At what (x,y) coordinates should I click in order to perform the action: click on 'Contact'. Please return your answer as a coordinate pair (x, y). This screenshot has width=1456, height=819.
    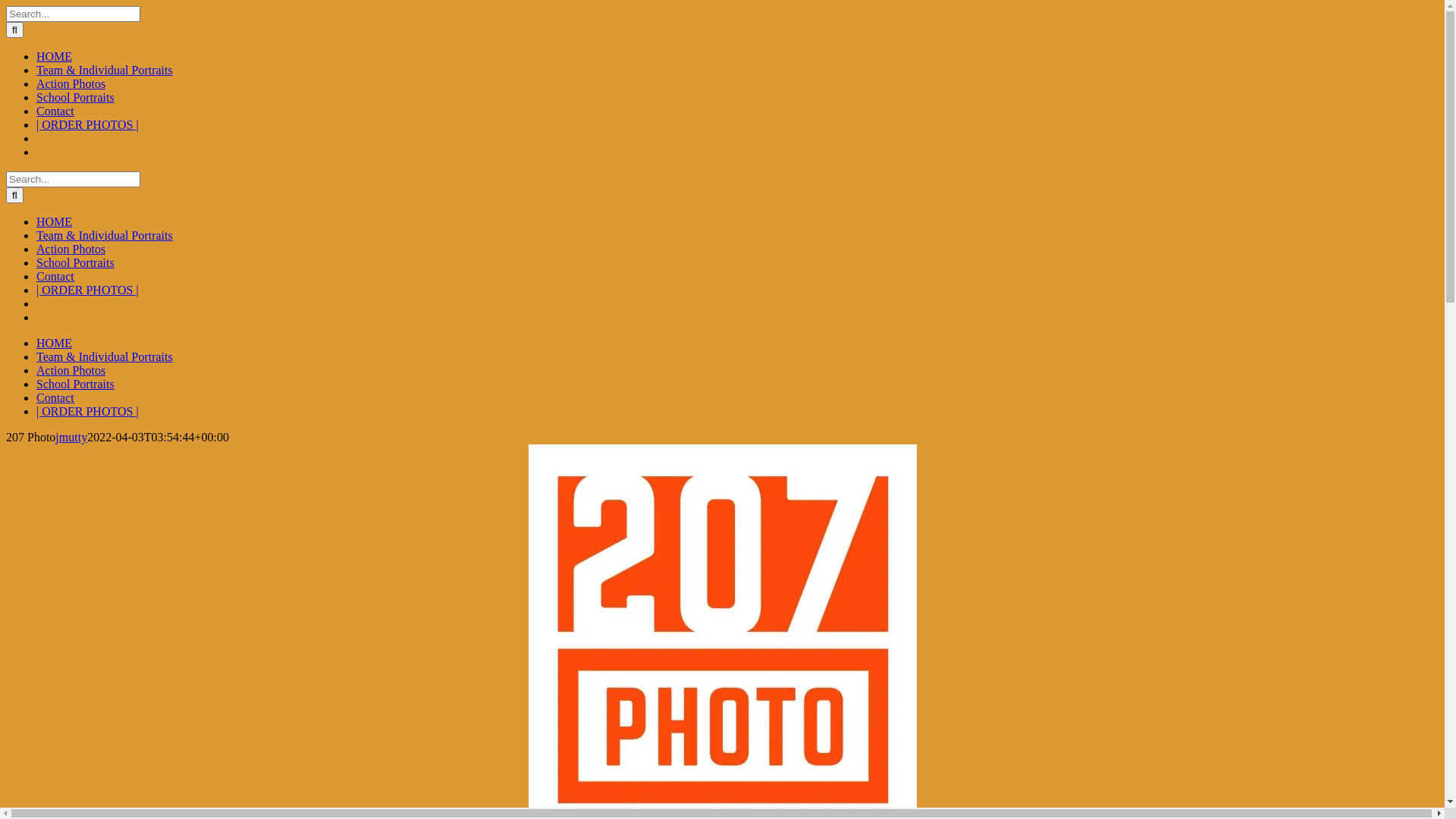
    Looking at the image, I should click on (36, 397).